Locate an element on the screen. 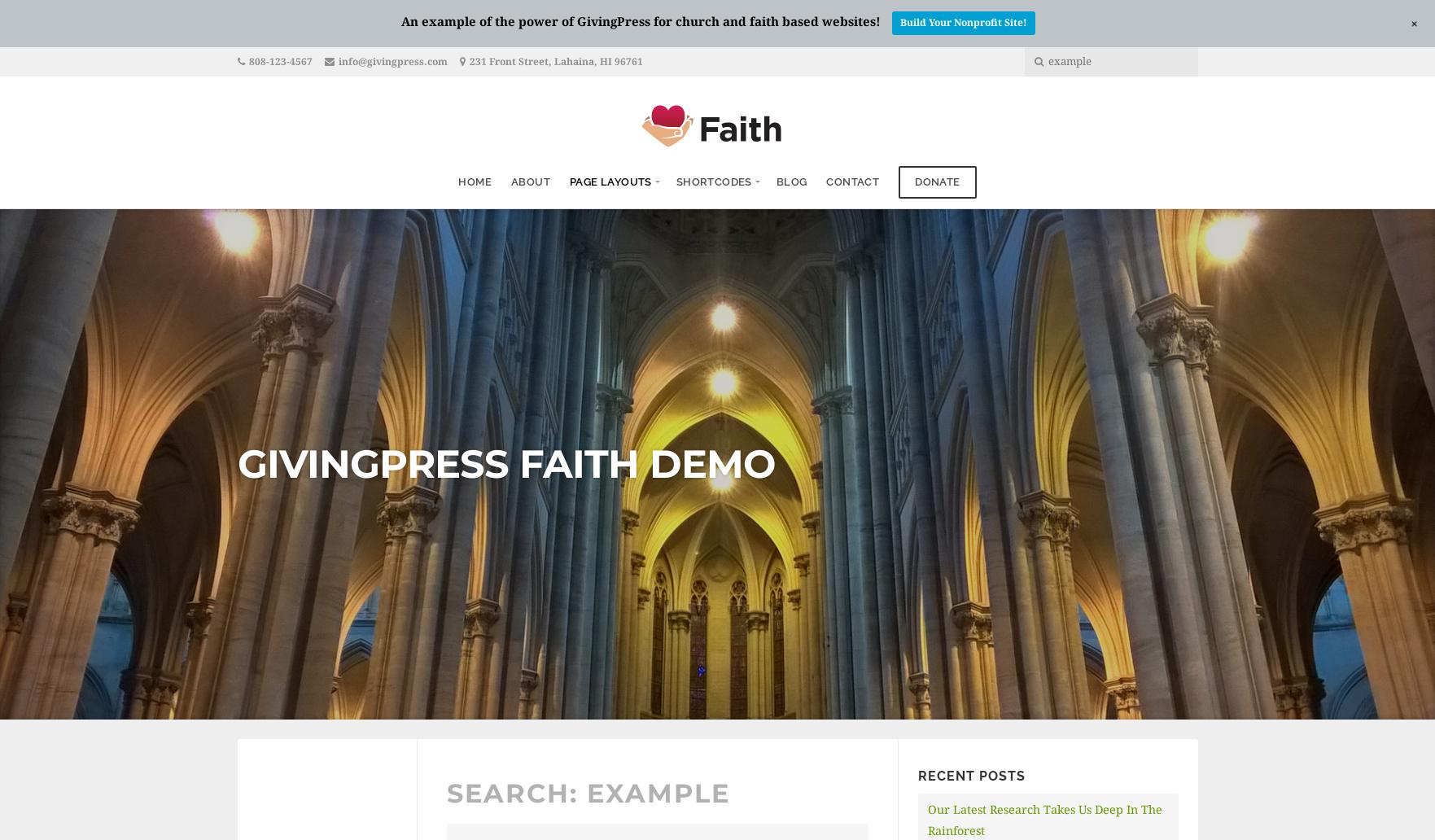 The height and width of the screenshot is (840, 1435). 'Recent Posts' is located at coordinates (970, 774).